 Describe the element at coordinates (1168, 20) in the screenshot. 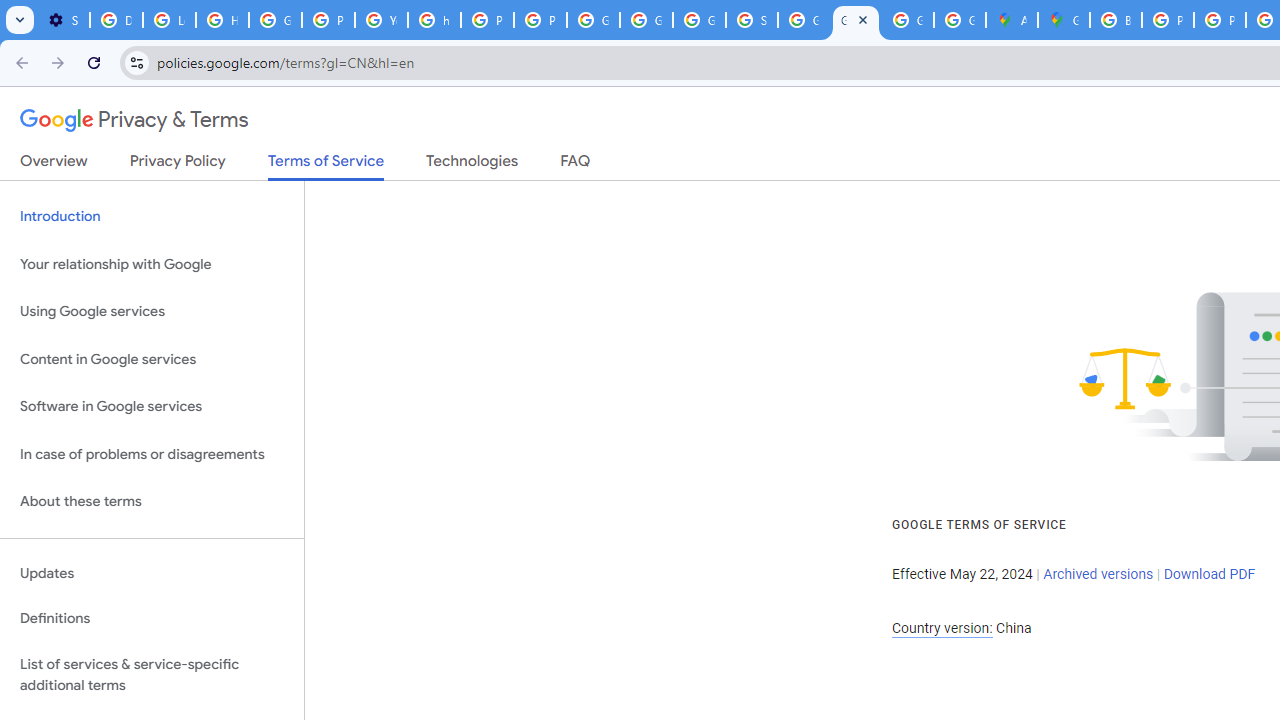

I see `'Privacy Help Center - Policies Help'` at that location.